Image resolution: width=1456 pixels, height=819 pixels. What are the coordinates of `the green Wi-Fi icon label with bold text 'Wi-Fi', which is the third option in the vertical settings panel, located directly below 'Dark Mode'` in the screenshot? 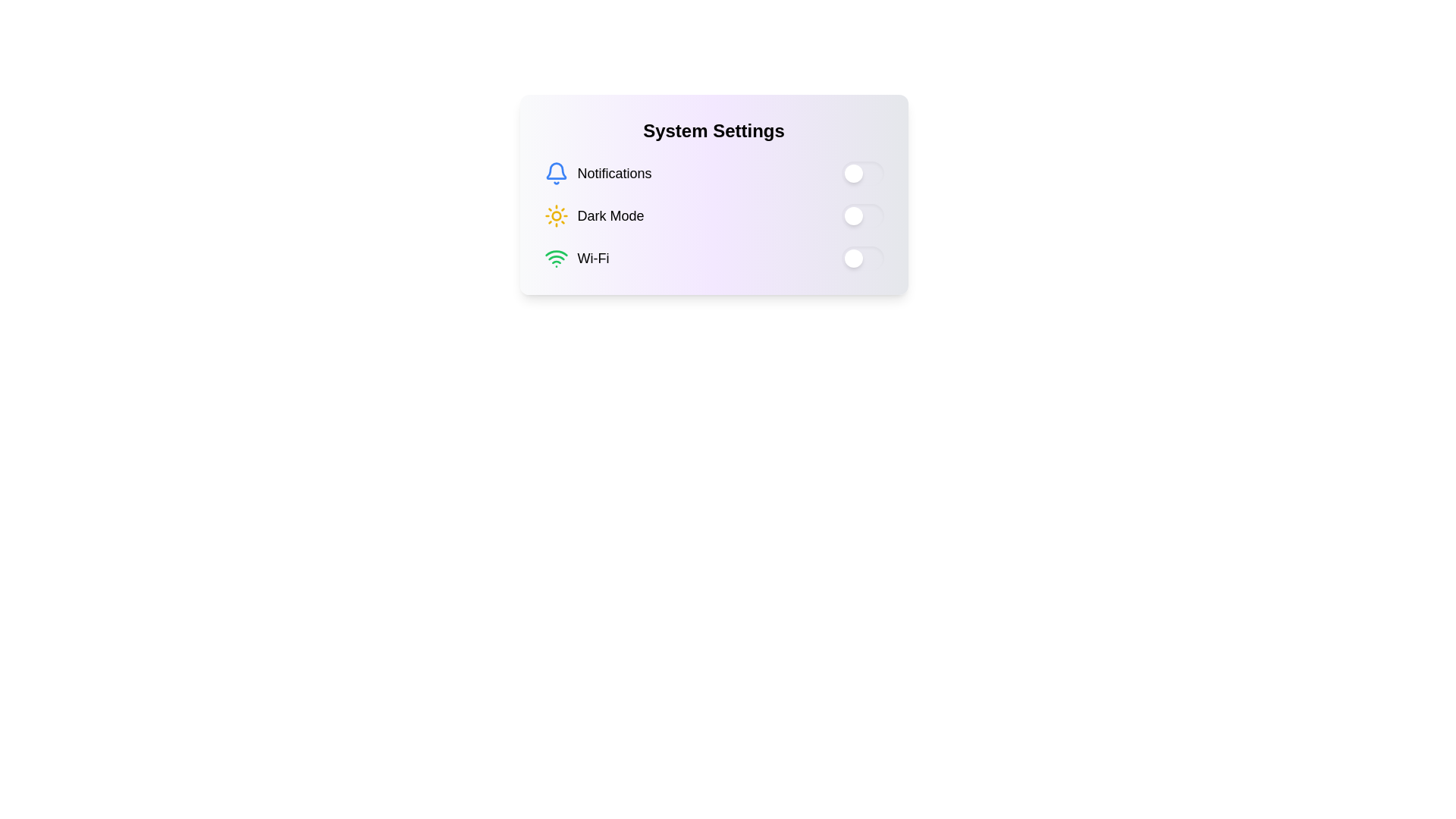 It's located at (576, 257).